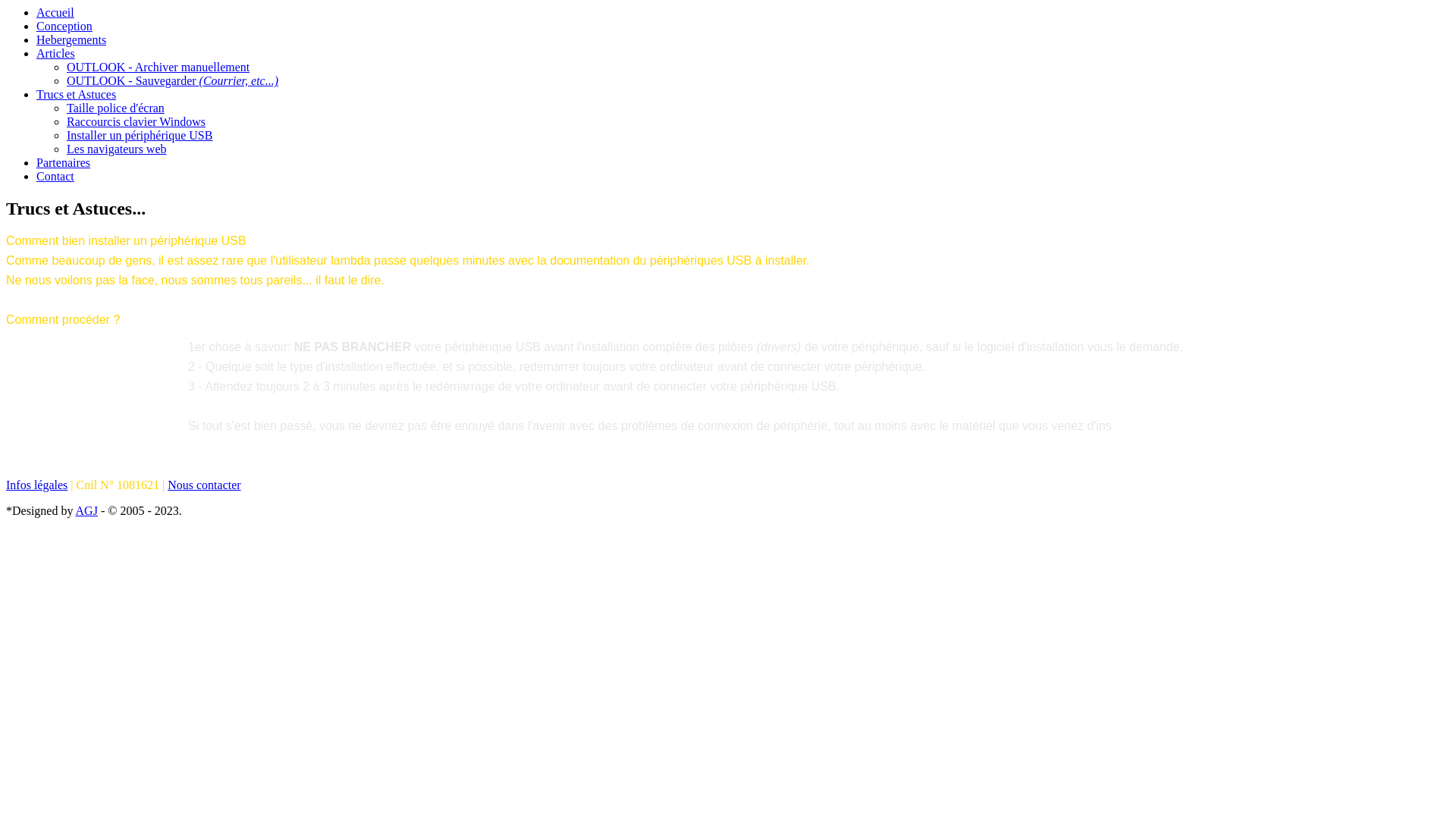 This screenshot has width=1456, height=819. What do you see at coordinates (64, 26) in the screenshot?
I see `'Conception'` at bounding box center [64, 26].